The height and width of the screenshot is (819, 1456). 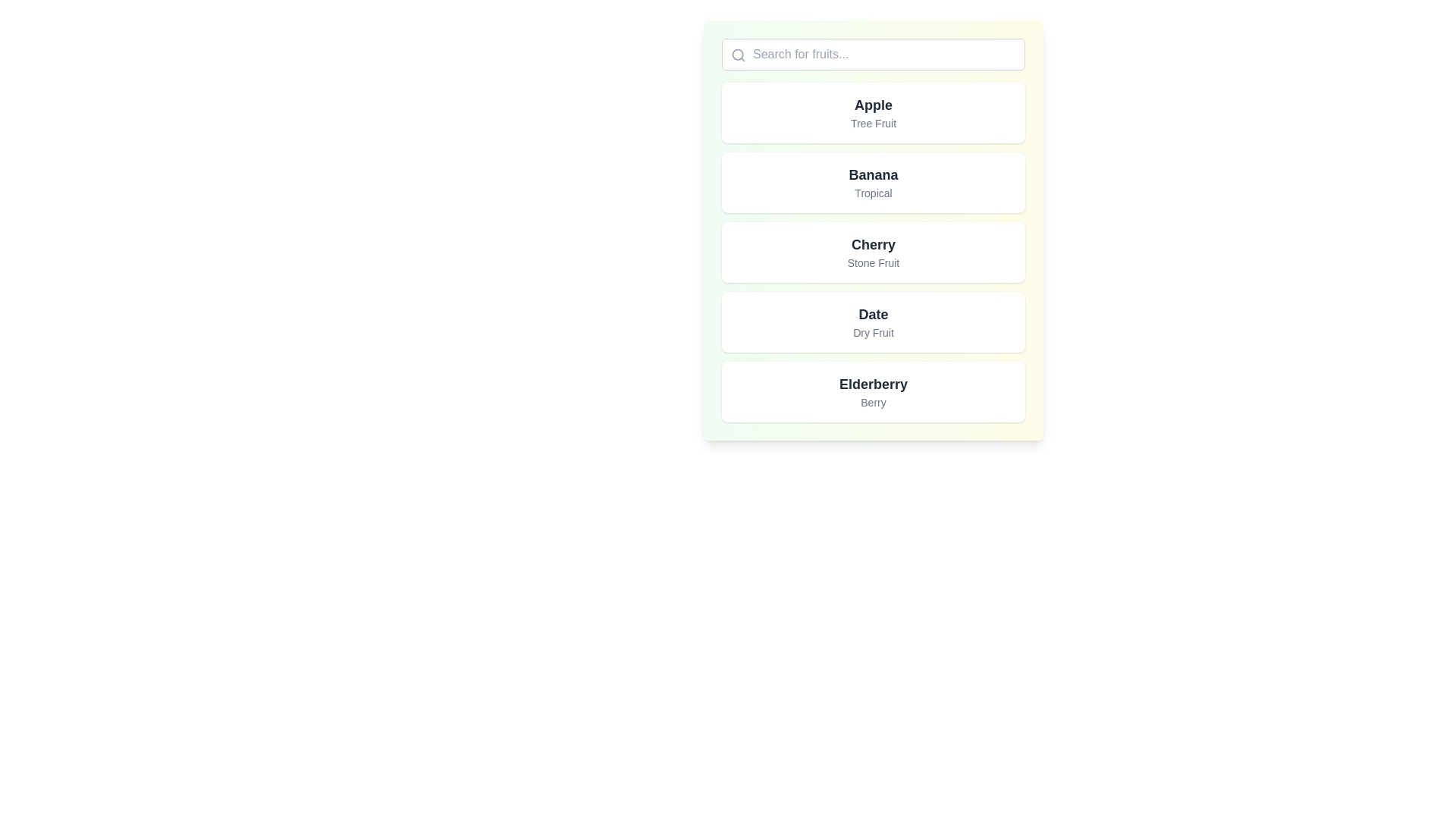 I want to click on the rectangular card labeled 'Date' that contains the subtitle 'Dry Fruit', which is the fourth card in a stacked list of similar cards, positioned between the 'Cherry' and 'Elderberry' cards, so click(x=874, y=321).